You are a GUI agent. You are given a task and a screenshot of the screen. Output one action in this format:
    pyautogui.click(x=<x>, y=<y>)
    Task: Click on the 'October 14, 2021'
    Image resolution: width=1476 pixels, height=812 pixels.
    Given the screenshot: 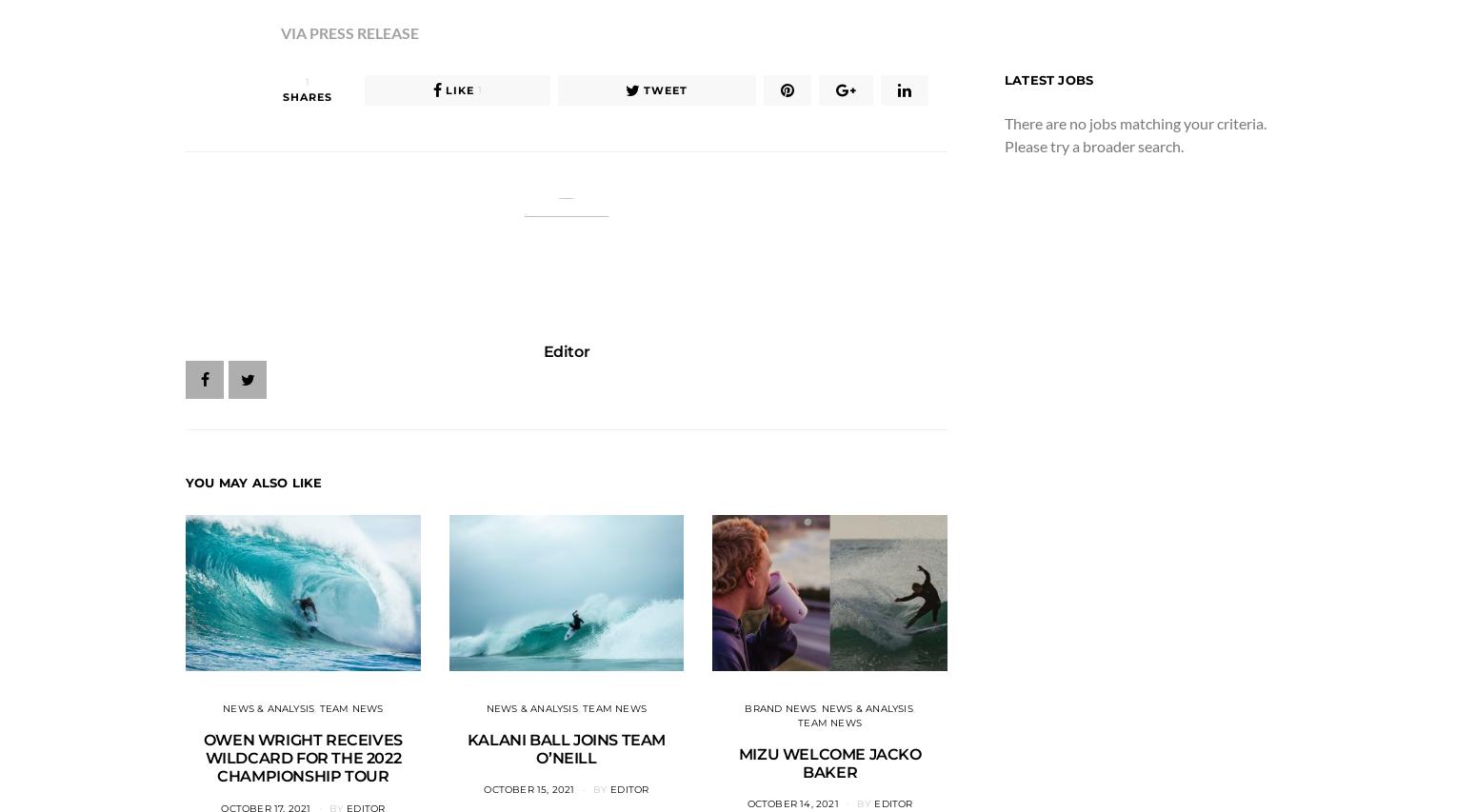 What is the action you would take?
    pyautogui.click(x=791, y=803)
    